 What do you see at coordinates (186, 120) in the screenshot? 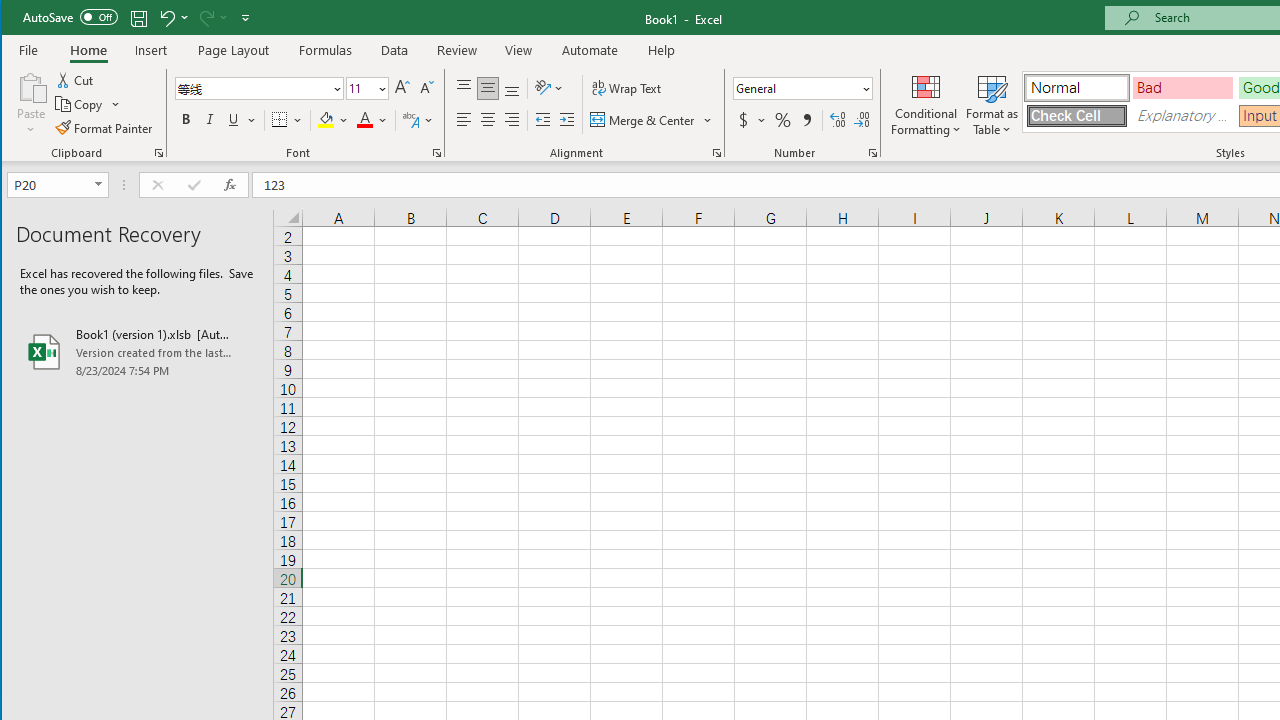
I see `'Bold'` at bounding box center [186, 120].